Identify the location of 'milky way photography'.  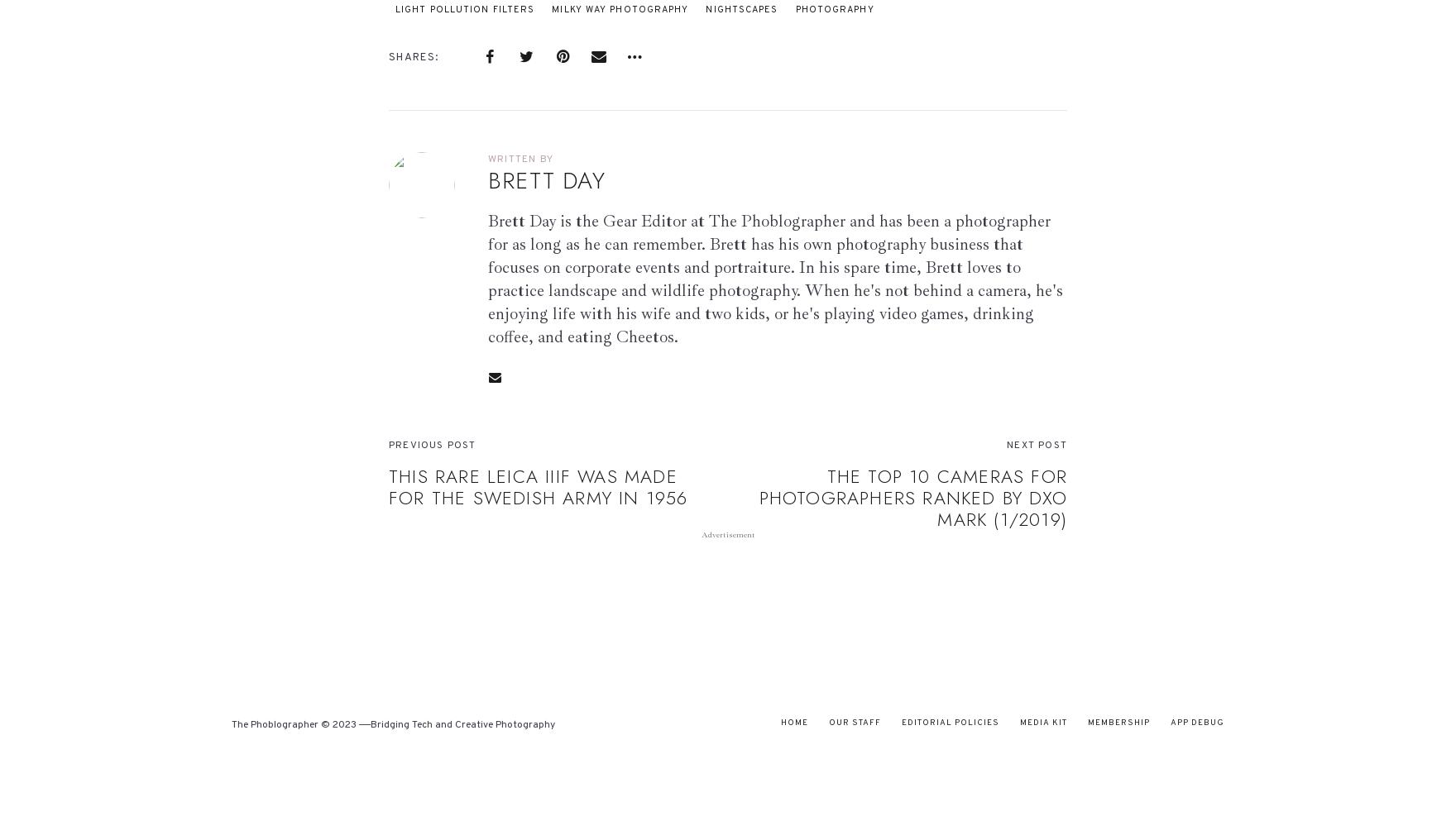
(551, 8).